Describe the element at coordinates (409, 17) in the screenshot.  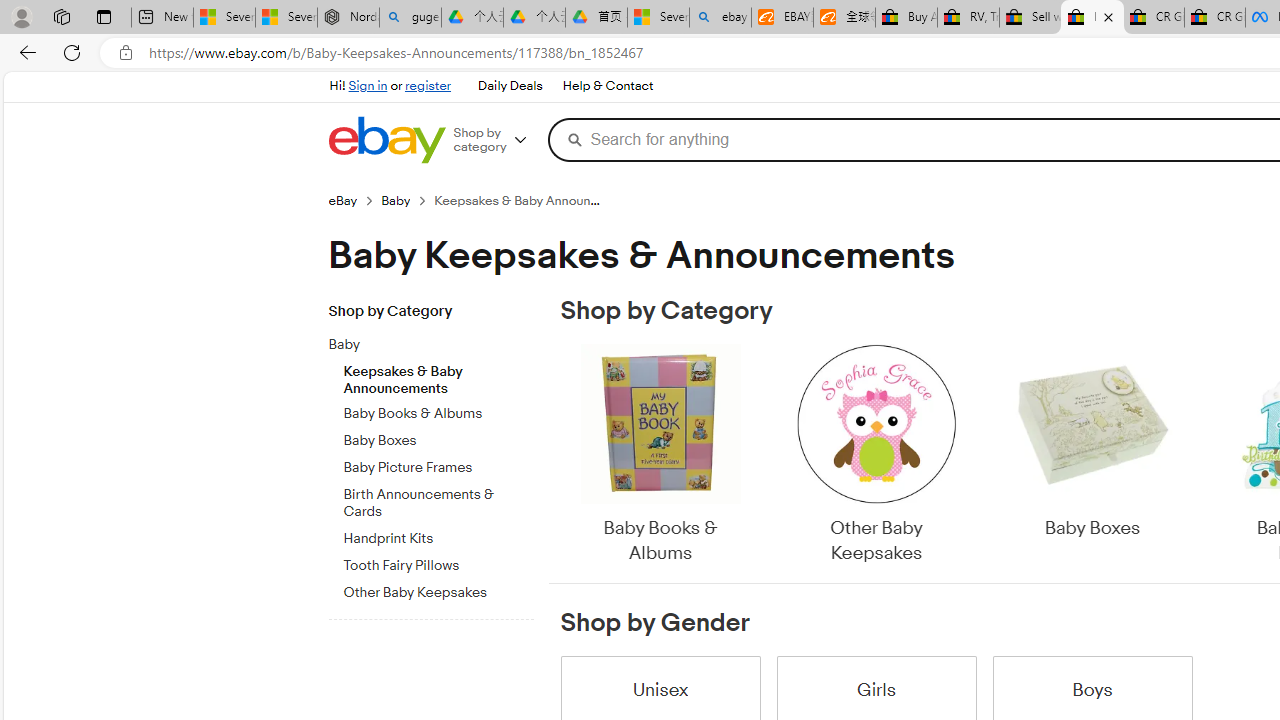
I see `'guge yunpan - Search'` at that location.